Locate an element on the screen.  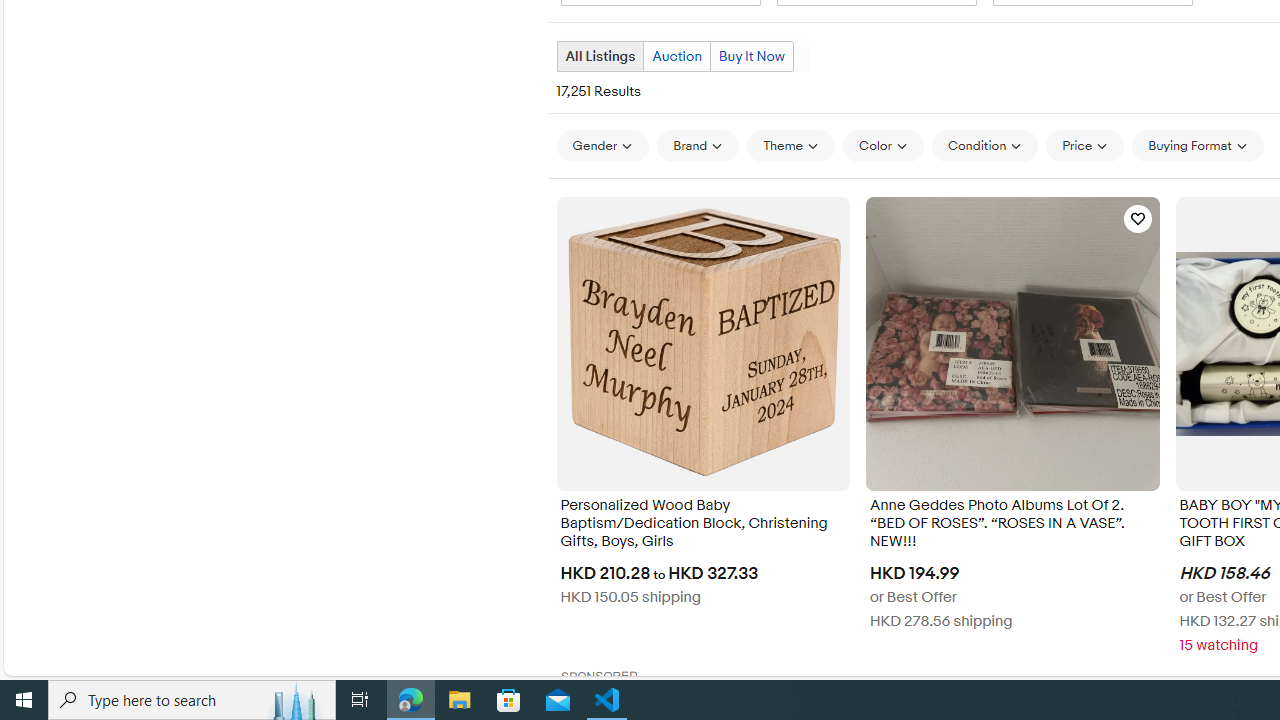
'Color' is located at coordinates (882, 144).